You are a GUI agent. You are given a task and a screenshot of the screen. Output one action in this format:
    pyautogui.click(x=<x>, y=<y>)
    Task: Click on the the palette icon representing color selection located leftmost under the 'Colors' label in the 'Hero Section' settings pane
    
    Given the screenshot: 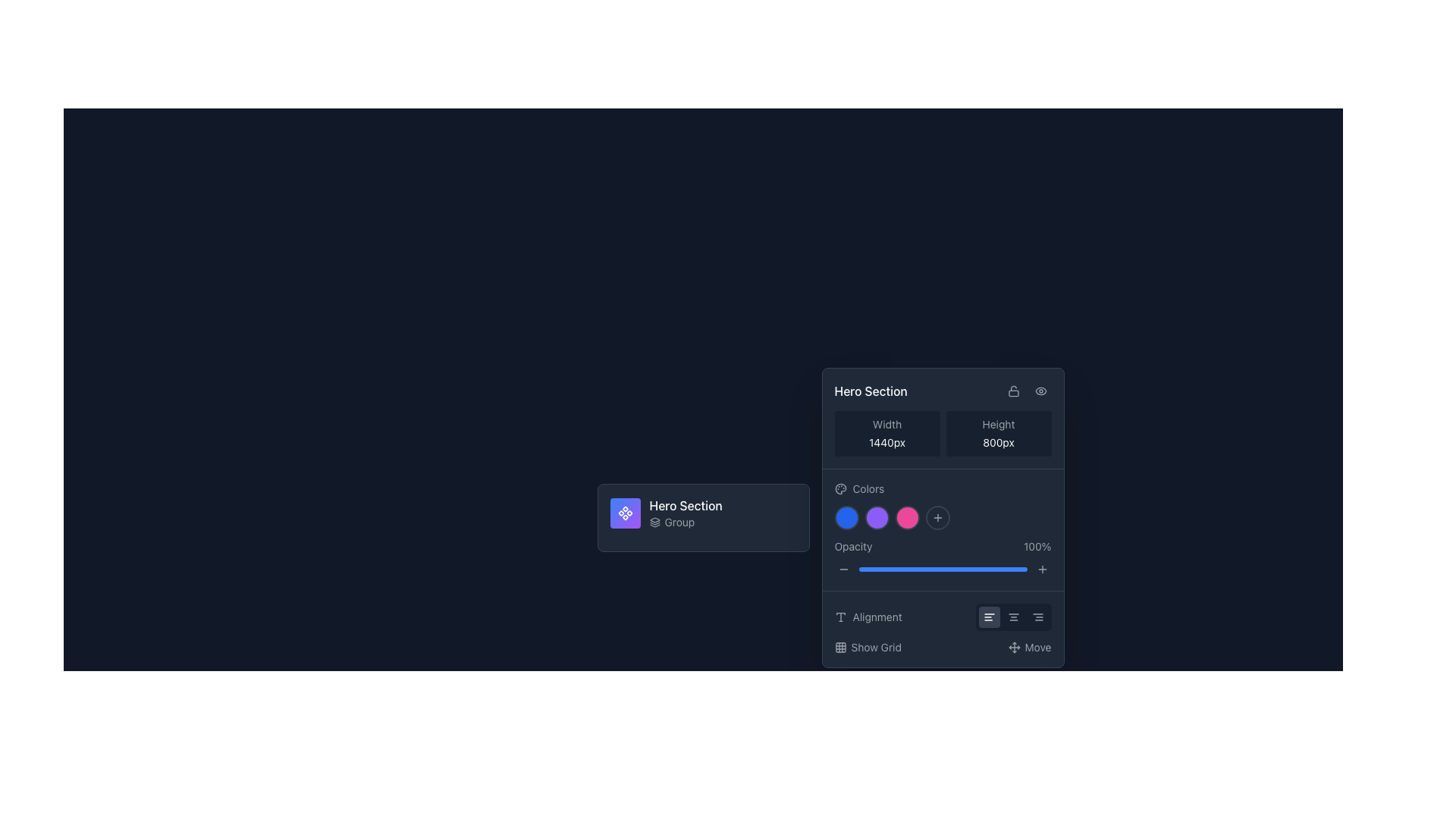 What is the action you would take?
    pyautogui.click(x=839, y=488)
    